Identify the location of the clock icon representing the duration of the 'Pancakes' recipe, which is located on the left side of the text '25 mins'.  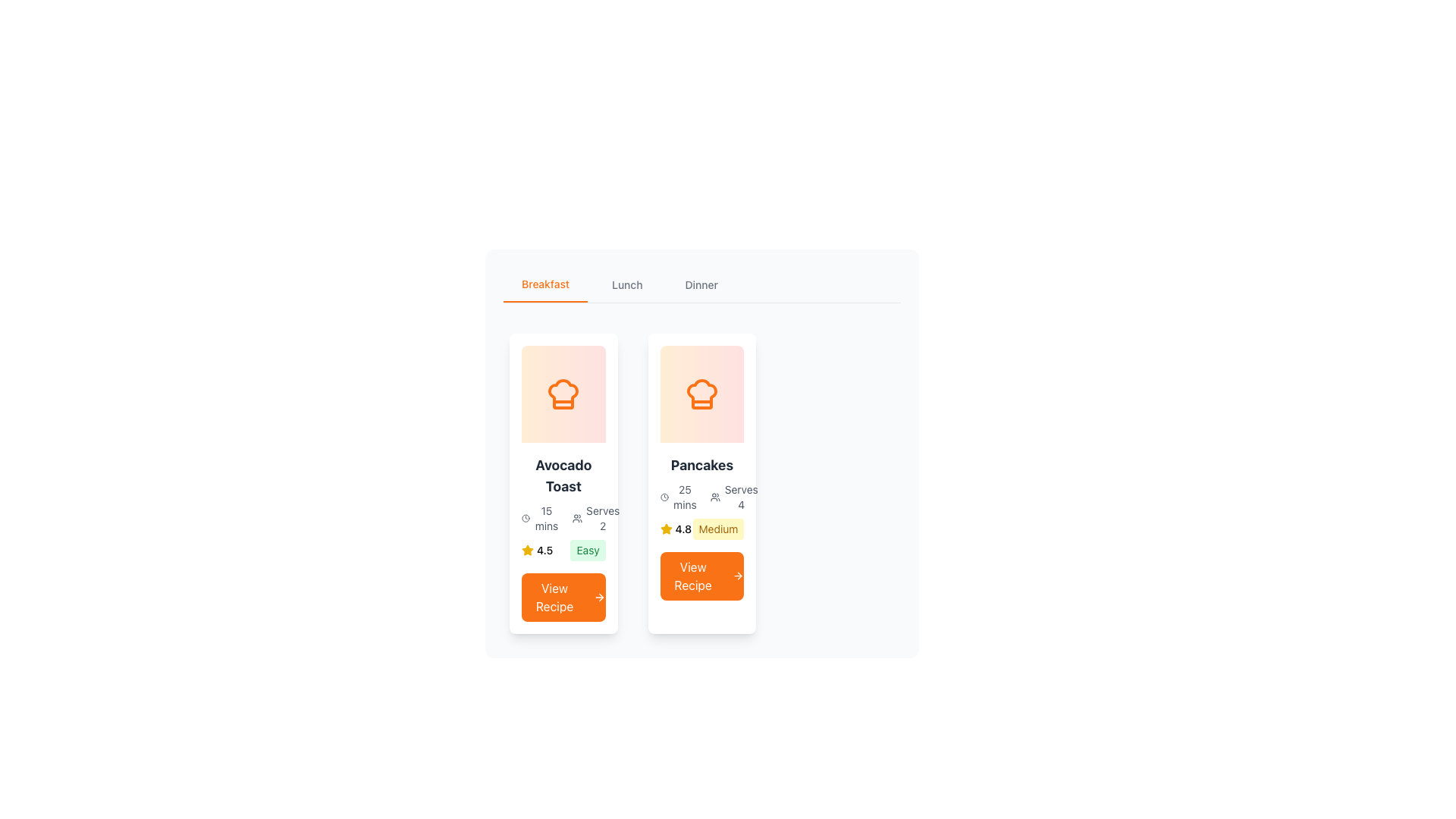
(664, 497).